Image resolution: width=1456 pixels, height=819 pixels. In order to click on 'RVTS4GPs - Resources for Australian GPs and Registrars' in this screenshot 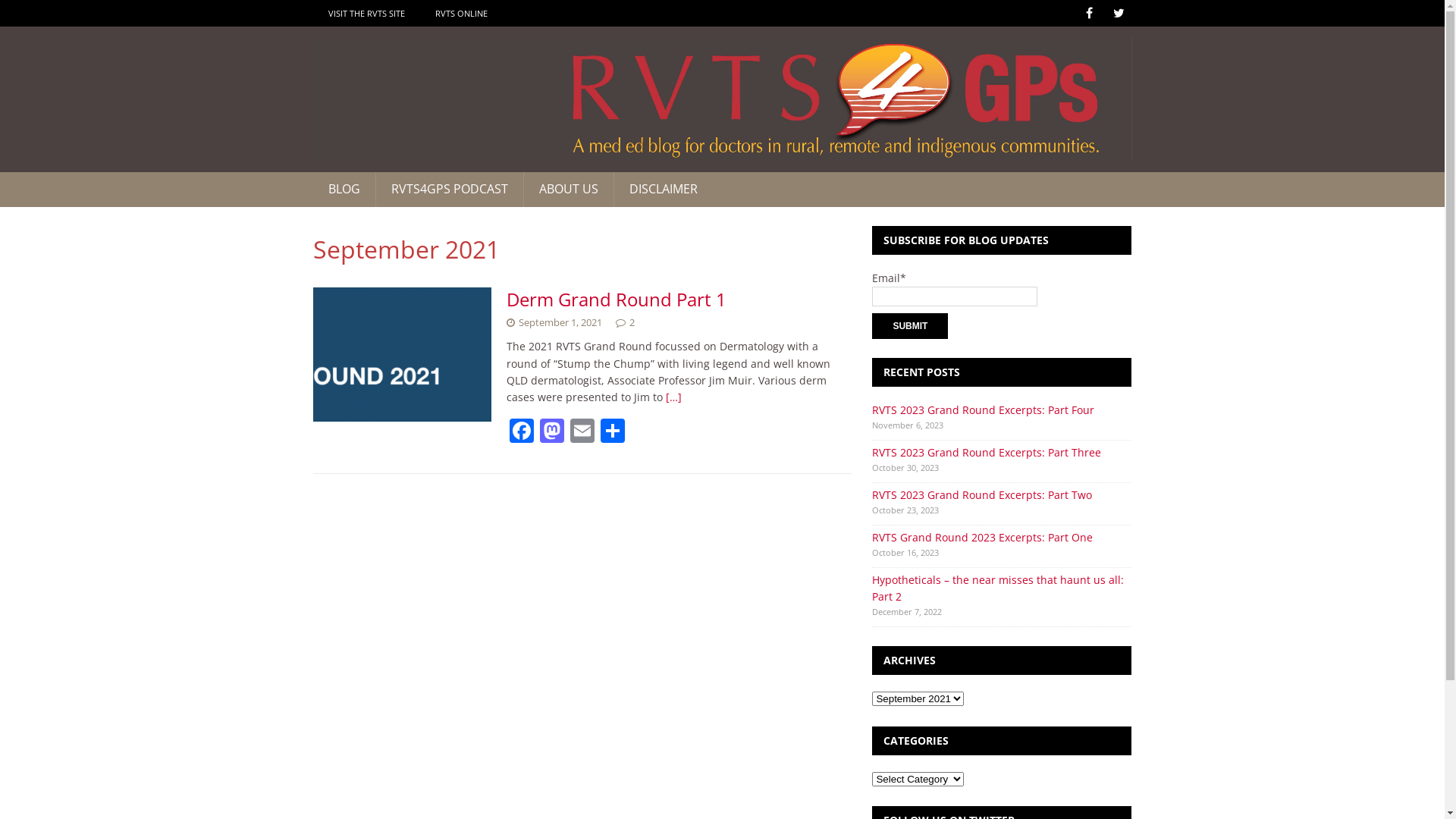, I will do `click(720, 99)`.